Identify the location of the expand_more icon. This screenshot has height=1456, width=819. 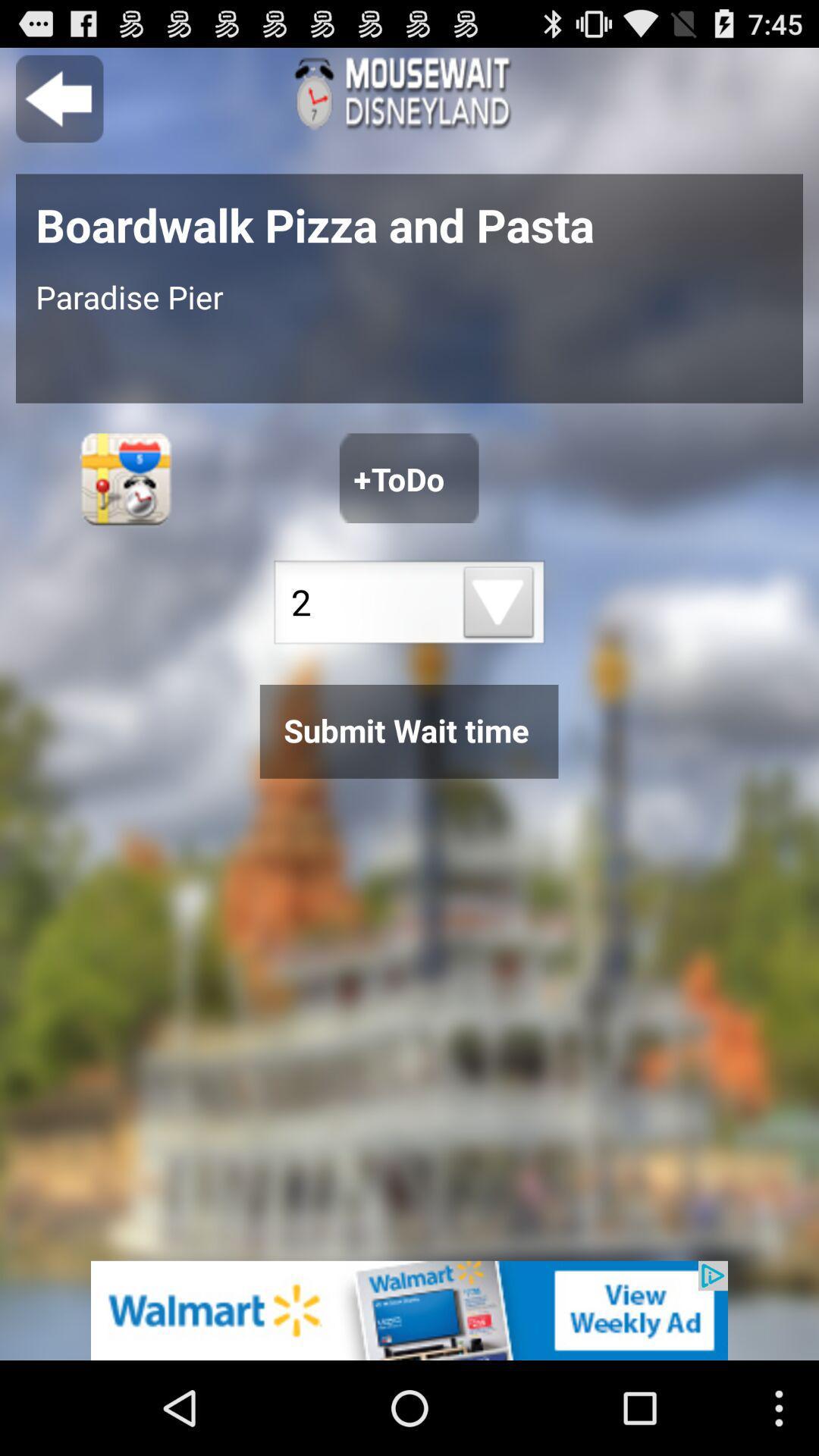
(499, 649).